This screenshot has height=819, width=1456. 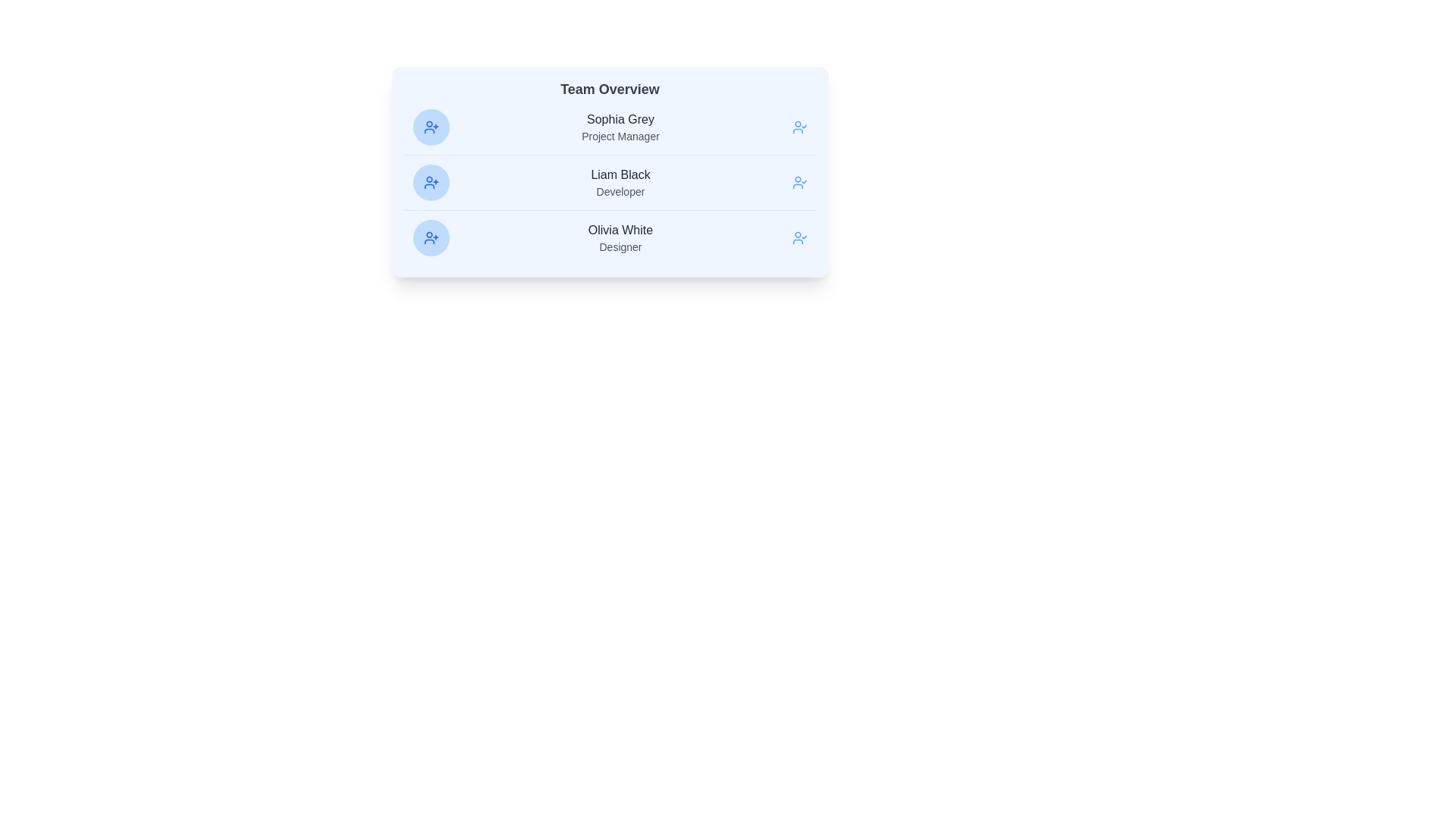 I want to click on the icon button located in the rightmost part of the 'Liam Black' block within the Team Overview section, so click(x=799, y=181).